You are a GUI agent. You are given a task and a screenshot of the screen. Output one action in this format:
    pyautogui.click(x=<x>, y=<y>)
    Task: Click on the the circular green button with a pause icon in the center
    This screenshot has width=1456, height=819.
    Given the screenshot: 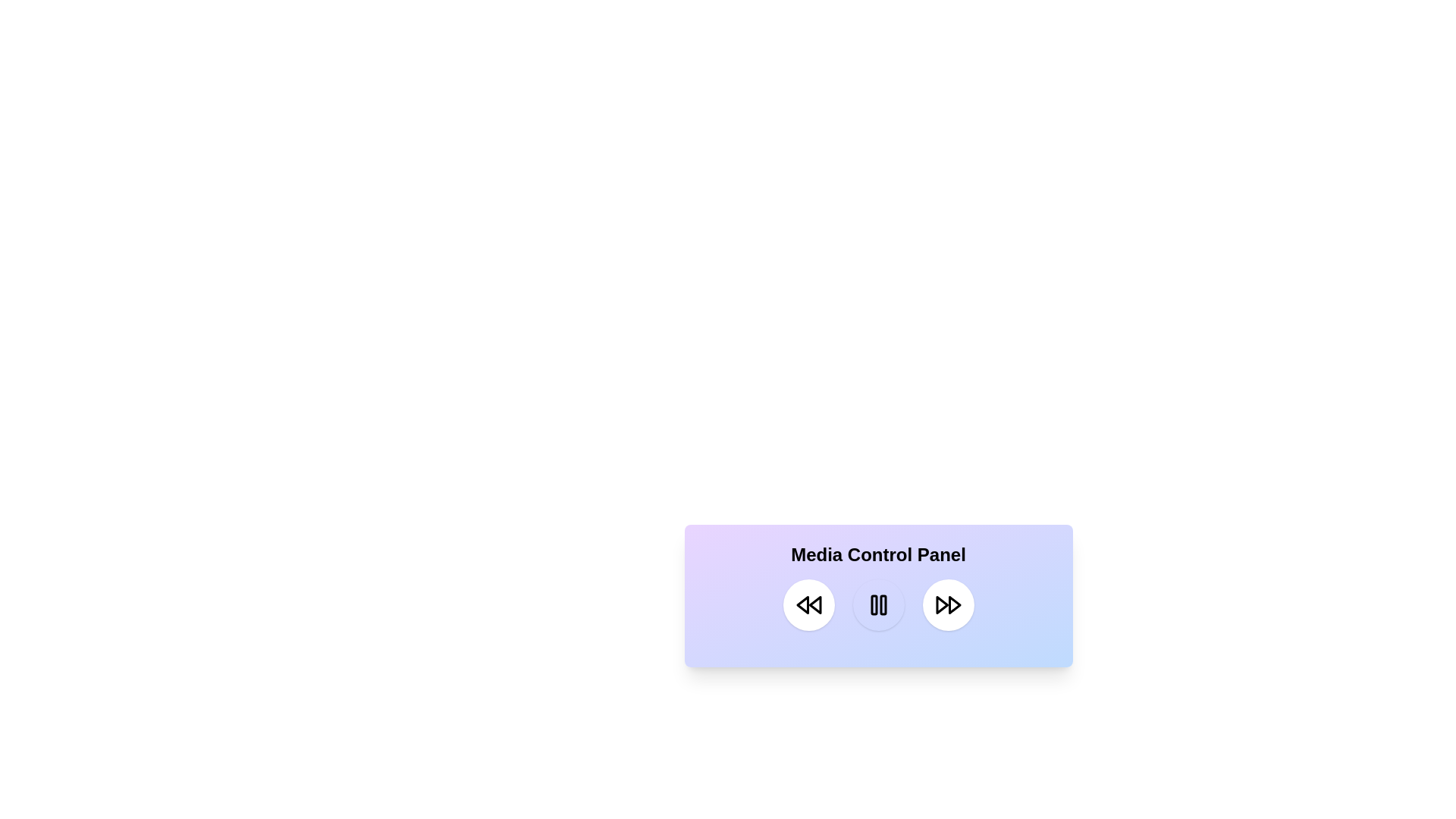 What is the action you would take?
    pyautogui.click(x=878, y=604)
    